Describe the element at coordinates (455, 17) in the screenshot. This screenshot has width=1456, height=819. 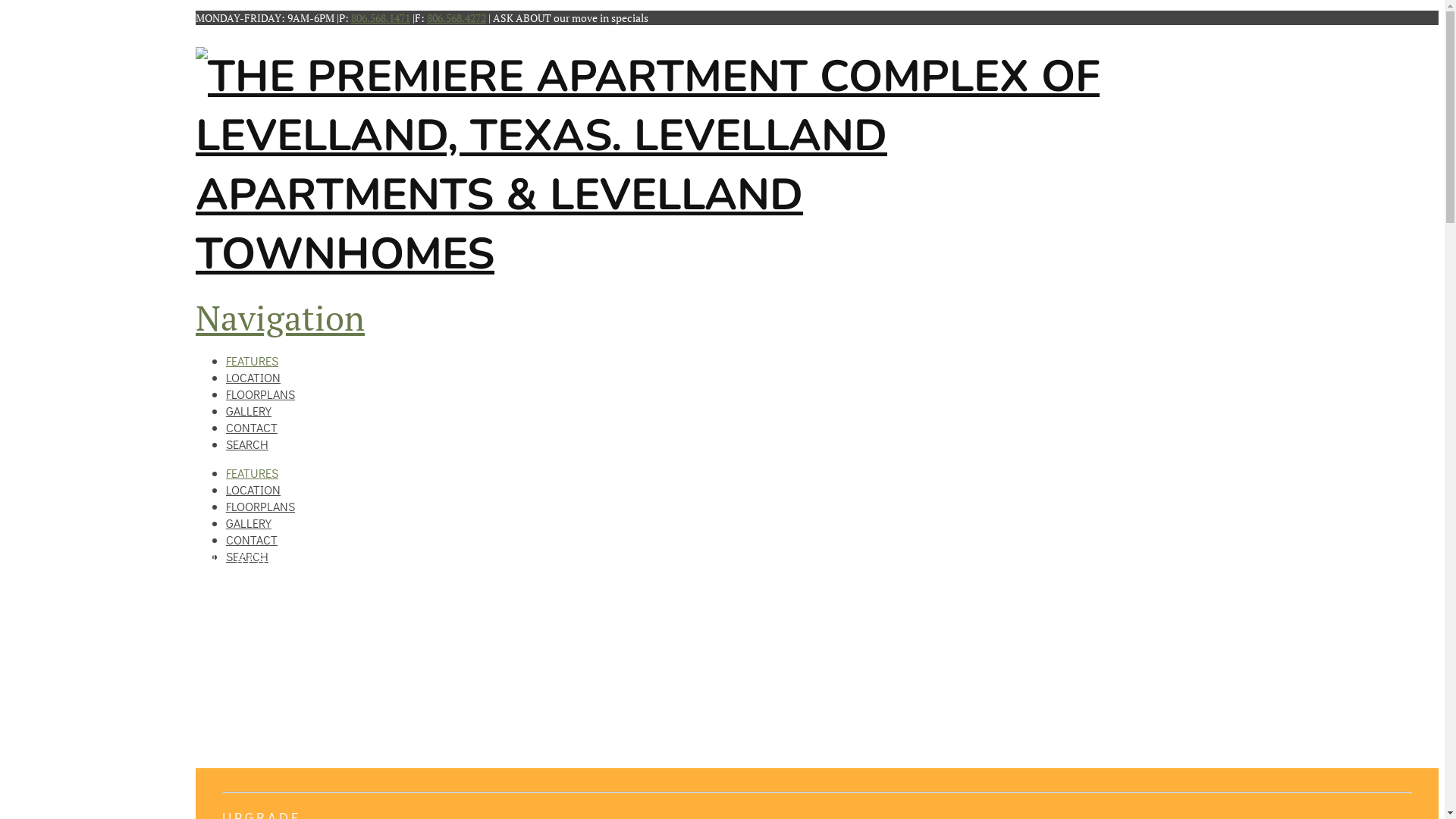
I see `'806.568.4272'` at that location.